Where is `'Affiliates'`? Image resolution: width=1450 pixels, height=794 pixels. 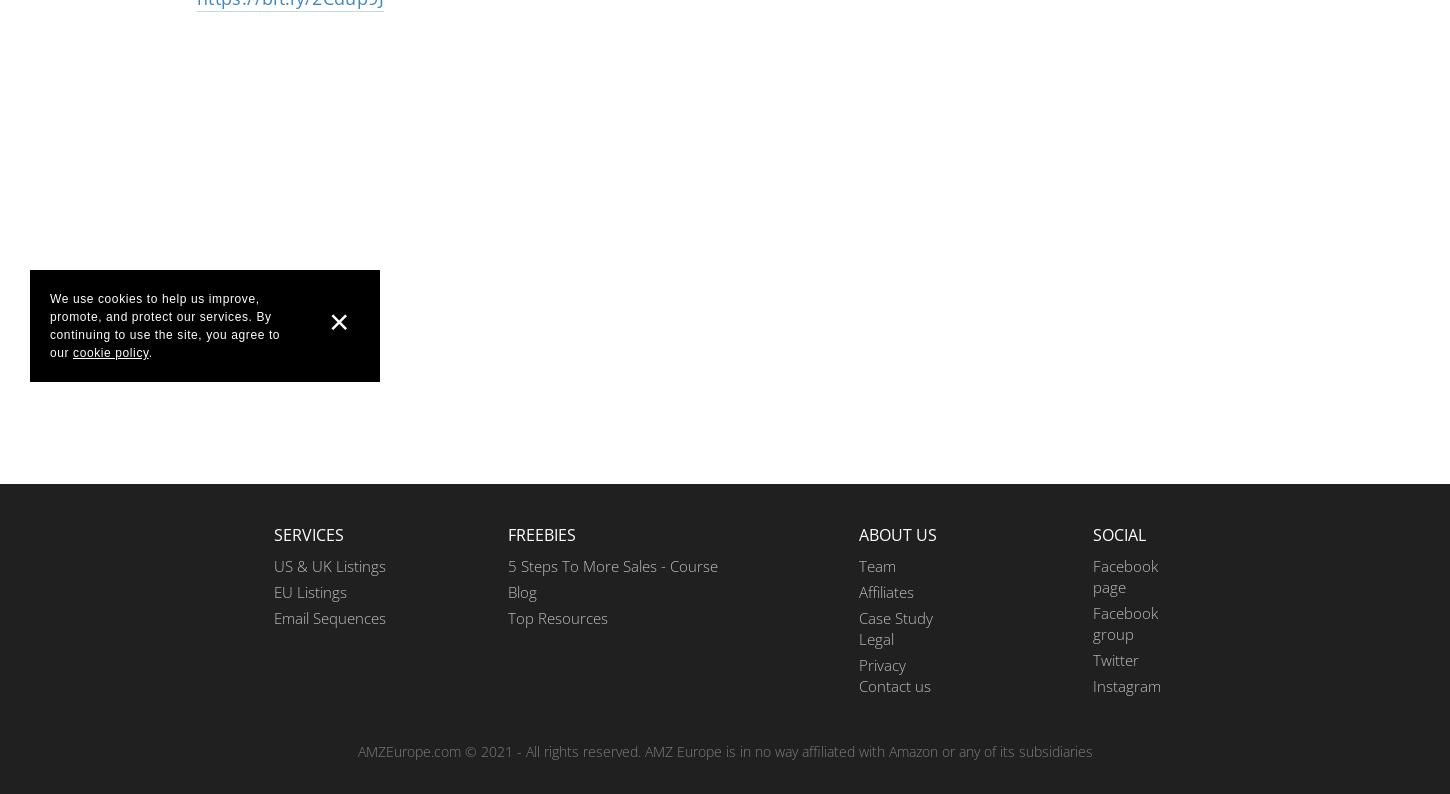
'Affiliates' is located at coordinates (885, 591).